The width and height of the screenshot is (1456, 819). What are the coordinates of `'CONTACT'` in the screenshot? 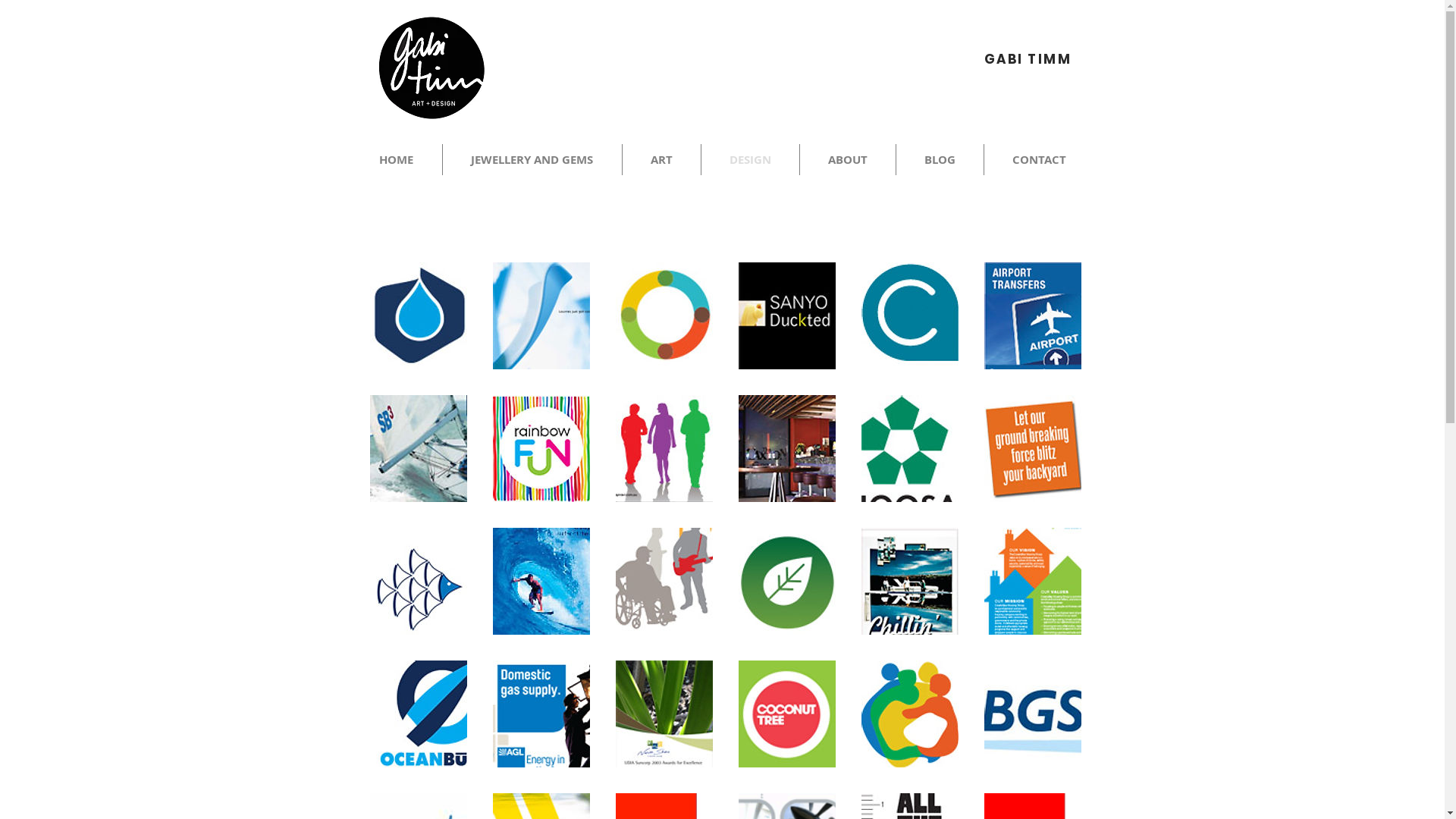 It's located at (1038, 159).